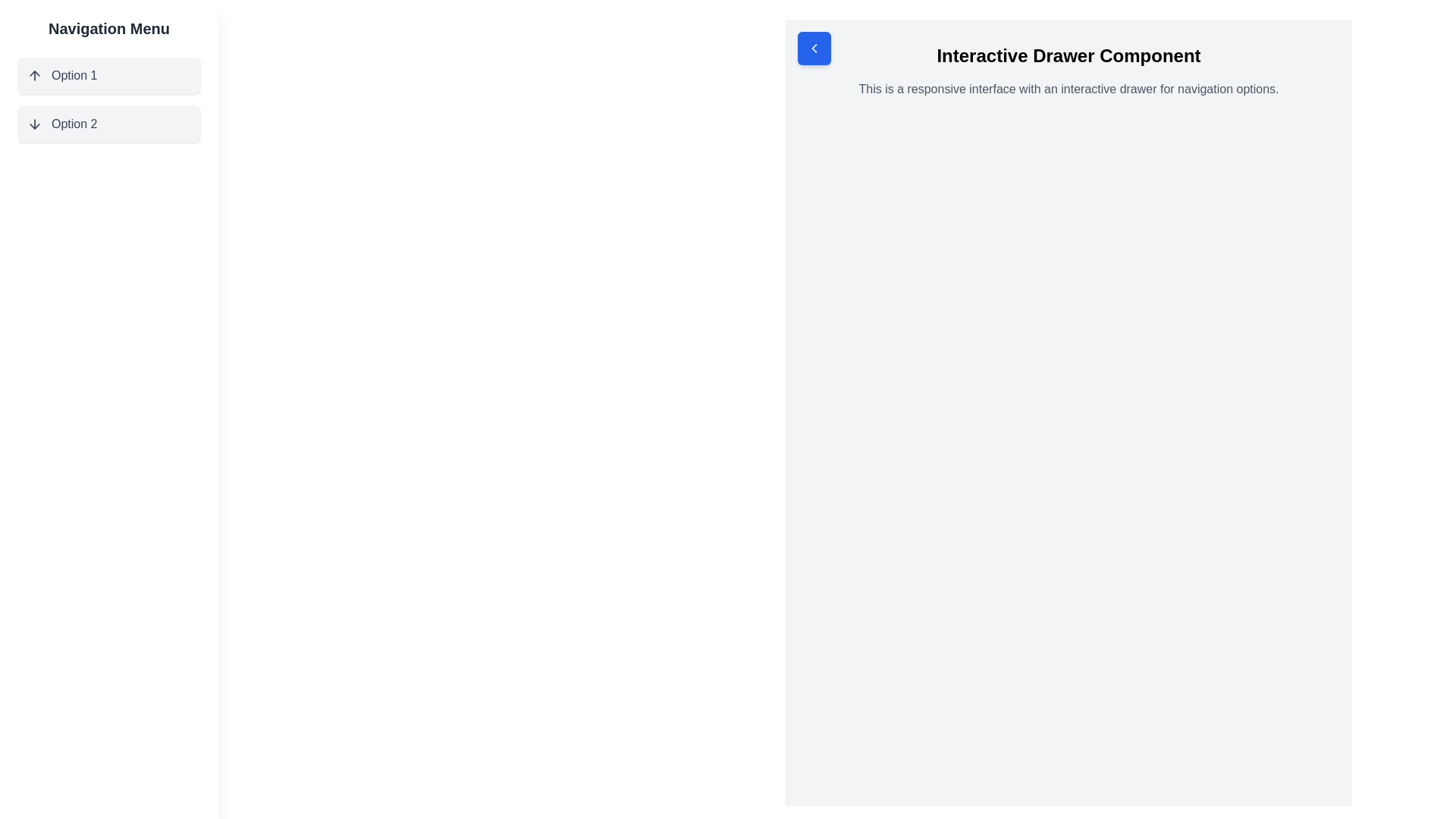 This screenshot has width=1456, height=819. Describe the element at coordinates (1068, 89) in the screenshot. I see `the static text element that reads 'This is a responsive interface with an interactive drawer for navigation options.', positioned directly underneath the header 'Interactive Drawer Component'` at that location.